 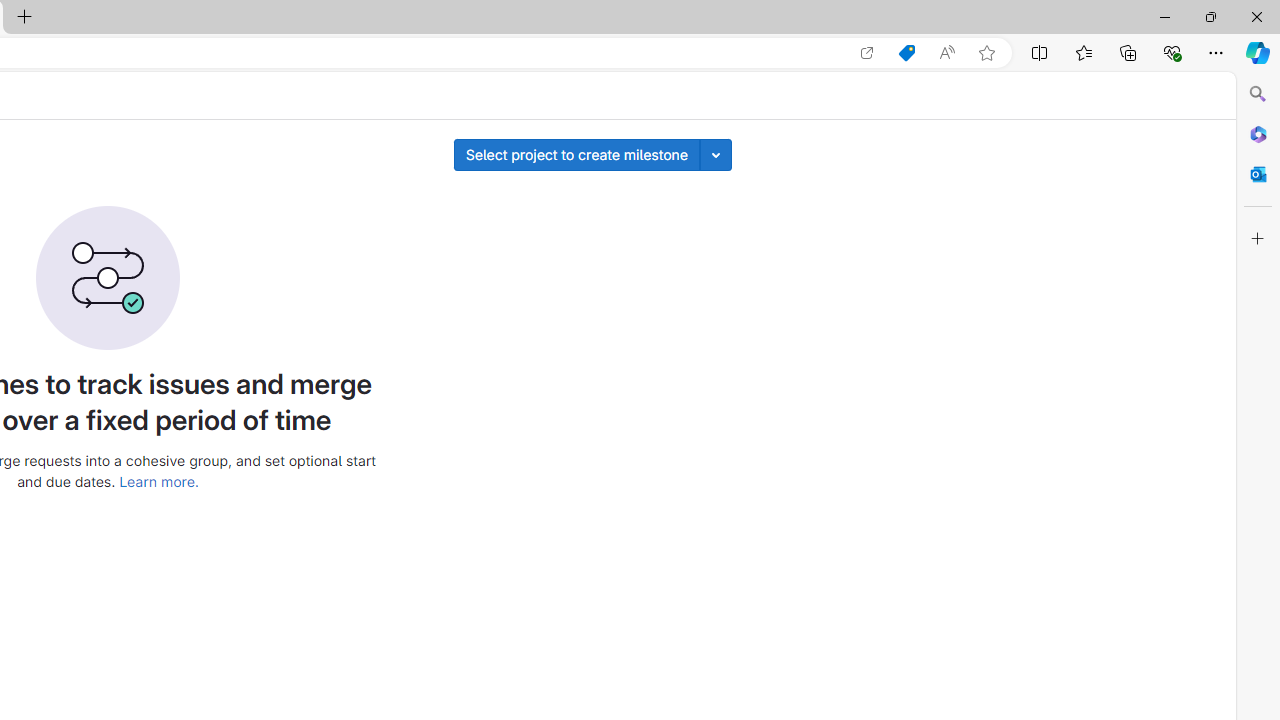 I want to click on 'Select project to create milestone', so click(x=575, y=153).